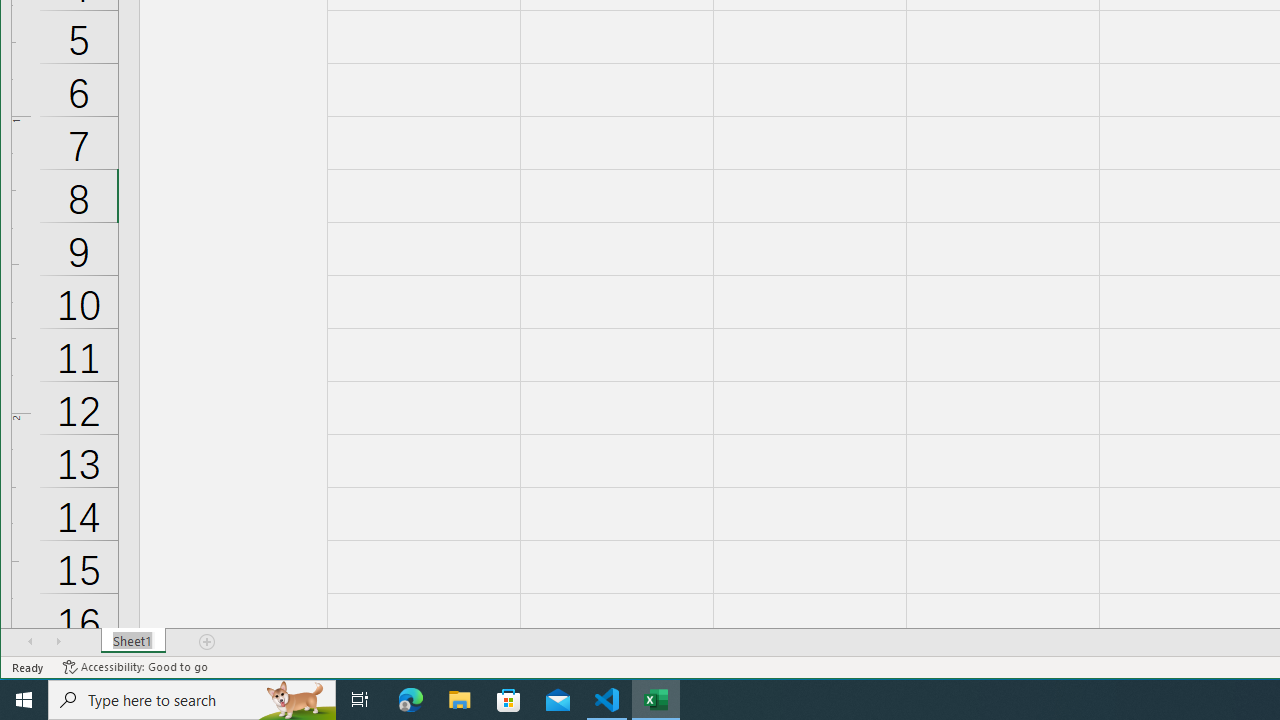 This screenshot has width=1280, height=720. What do you see at coordinates (359, 698) in the screenshot?
I see `'Task View'` at bounding box center [359, 698].